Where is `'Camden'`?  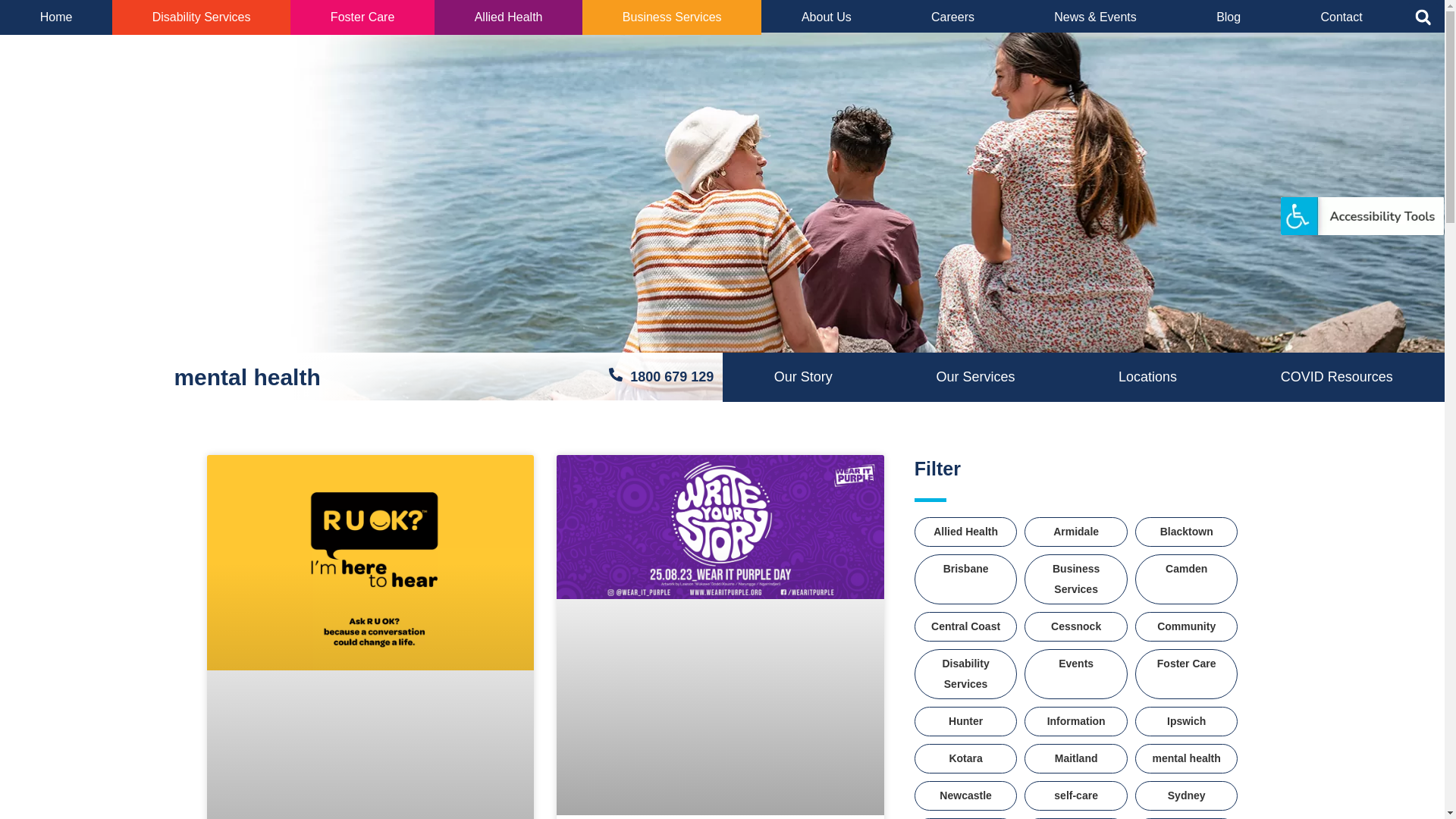
'Camden' is located at coordinates (1185, 569).